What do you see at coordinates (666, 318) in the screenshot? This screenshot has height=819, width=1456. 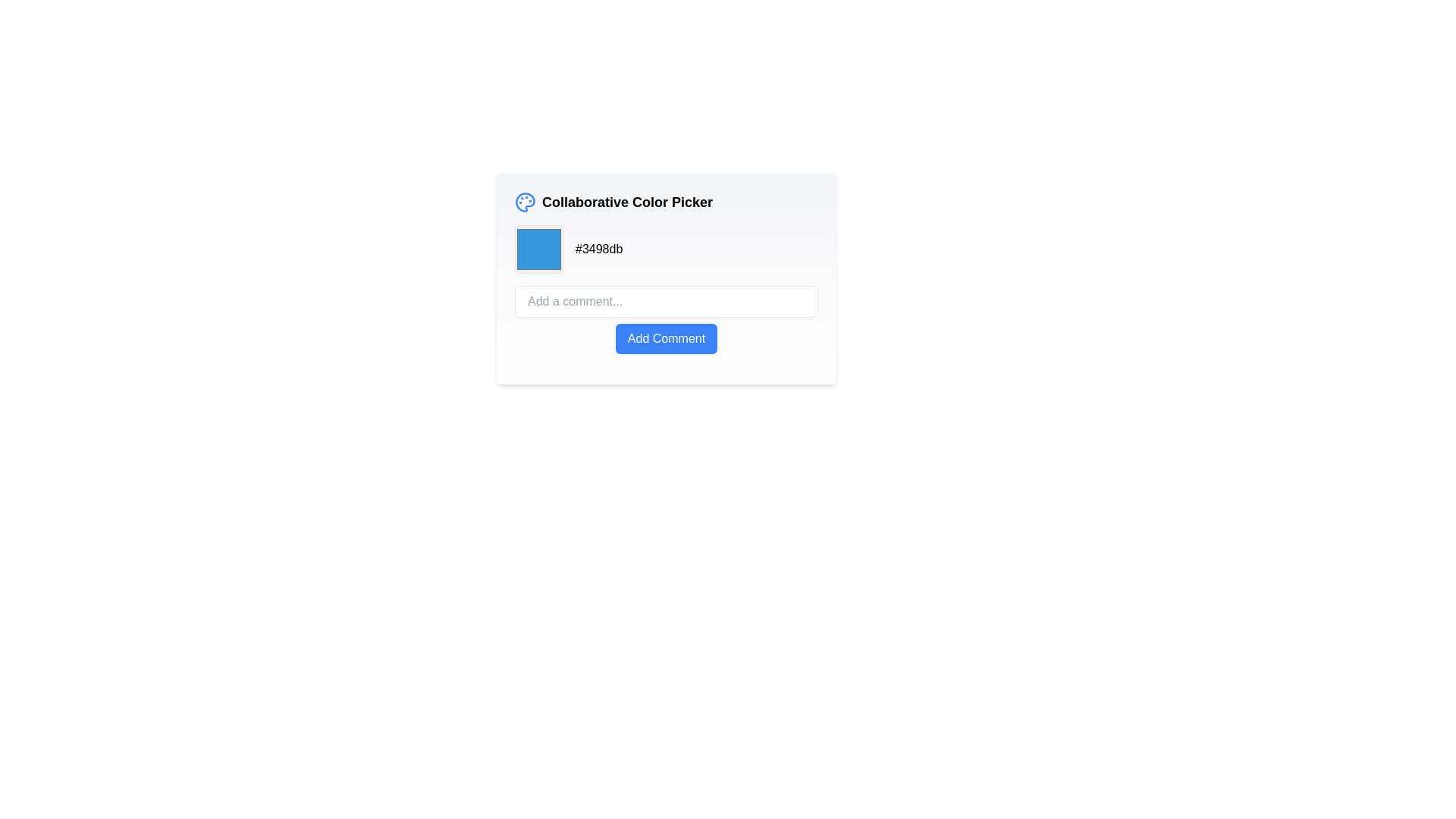 I see `the submit button located below the 'Add a comment...' text input field within the color picker interface` at bounding box center [666, 318].